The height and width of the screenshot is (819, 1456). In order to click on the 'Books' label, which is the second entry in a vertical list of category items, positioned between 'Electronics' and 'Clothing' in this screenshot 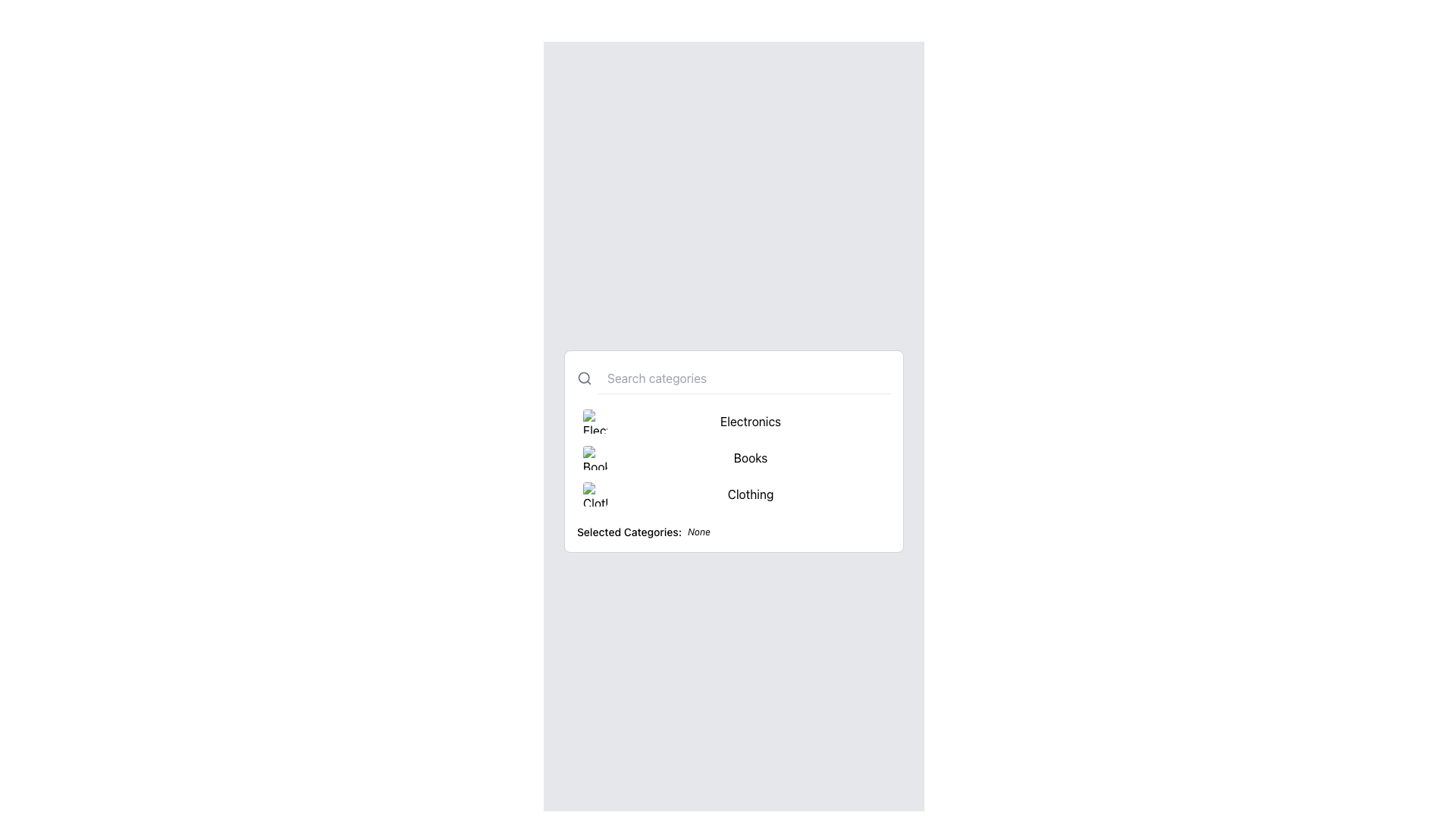, I will do `click(750, 457)`.